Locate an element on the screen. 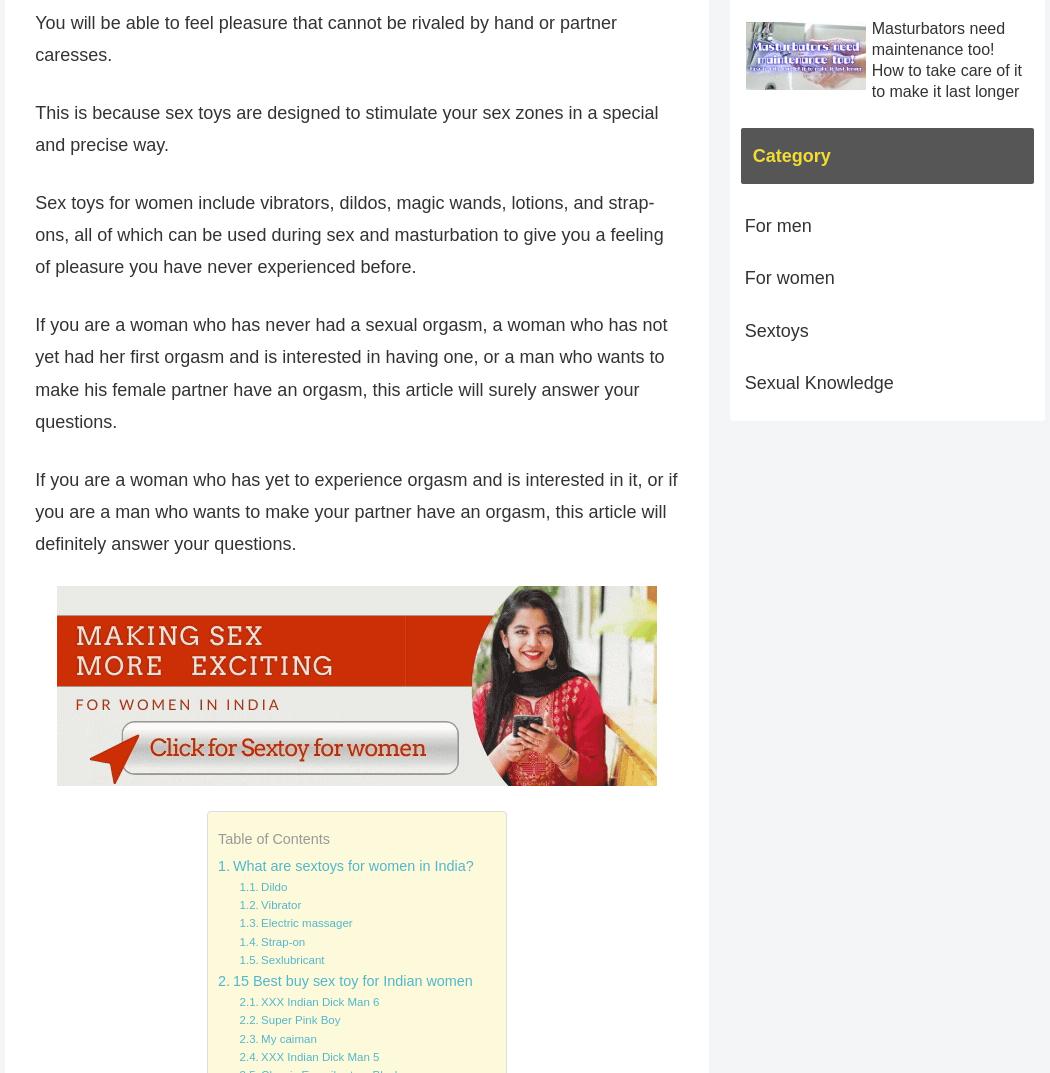 The height and width of the screenshot is (1073, 1050). 'Vibrator' is located at coordinates (279, 904).